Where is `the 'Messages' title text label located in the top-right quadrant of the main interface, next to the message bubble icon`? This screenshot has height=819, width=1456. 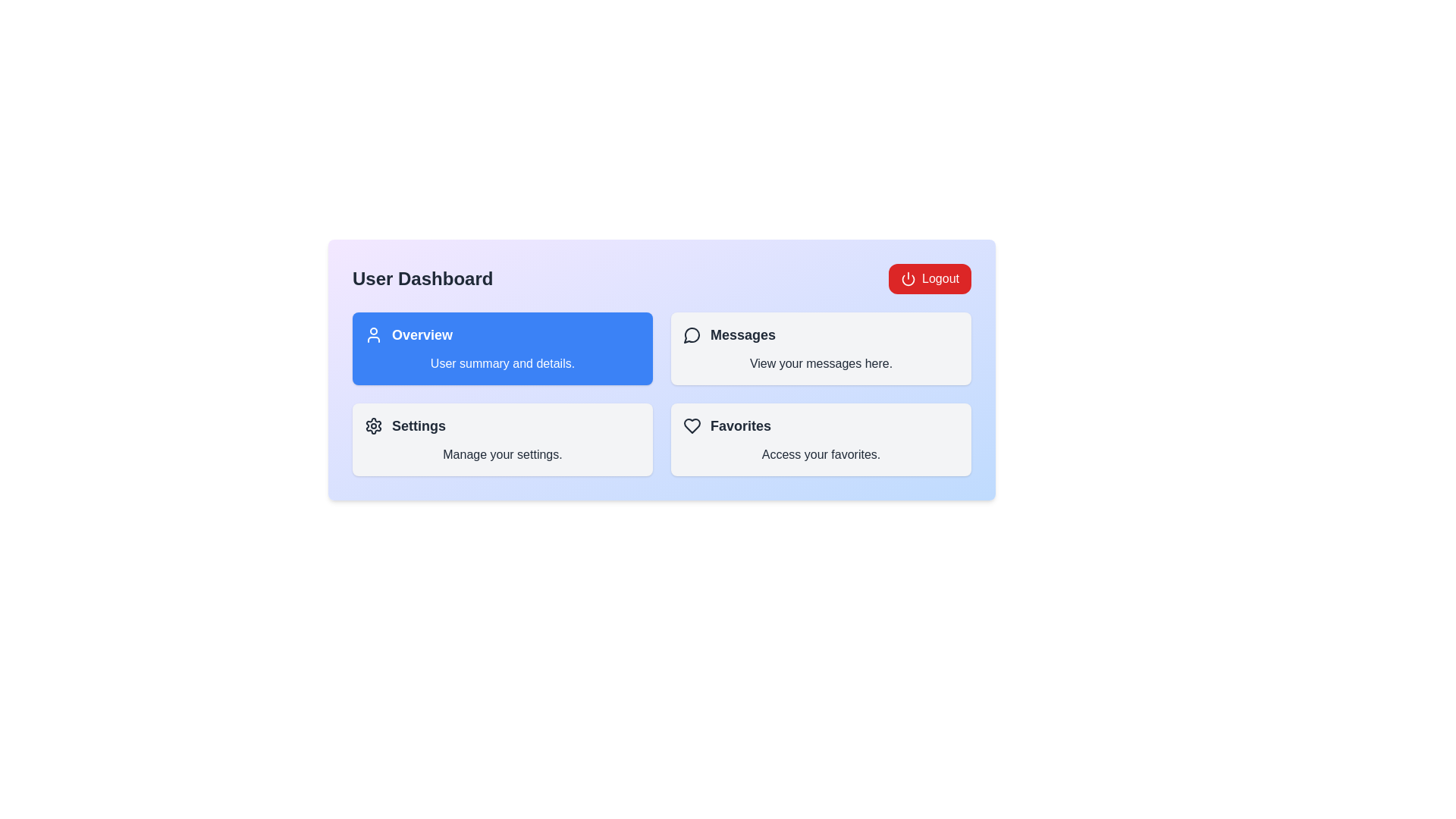 the 'Messages' title text label located in the top-right quadrant of the main interface, next to the message bubble icon is located at coordinates (742, 334).